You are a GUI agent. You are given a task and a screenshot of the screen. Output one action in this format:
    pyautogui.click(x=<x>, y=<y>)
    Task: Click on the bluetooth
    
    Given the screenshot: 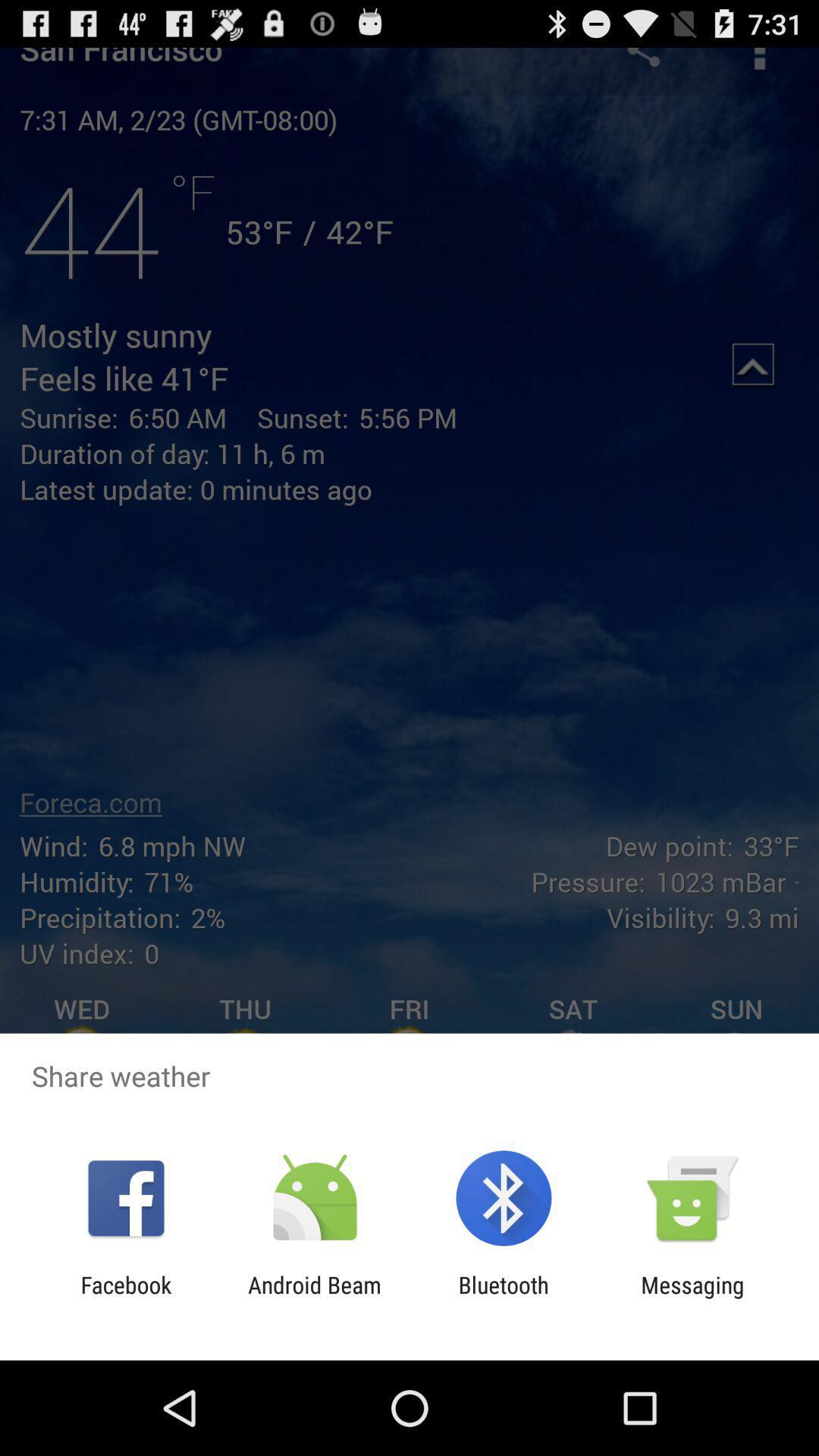 What is the action you would take?
    pyautogui.click(x=504, y=1298)
    